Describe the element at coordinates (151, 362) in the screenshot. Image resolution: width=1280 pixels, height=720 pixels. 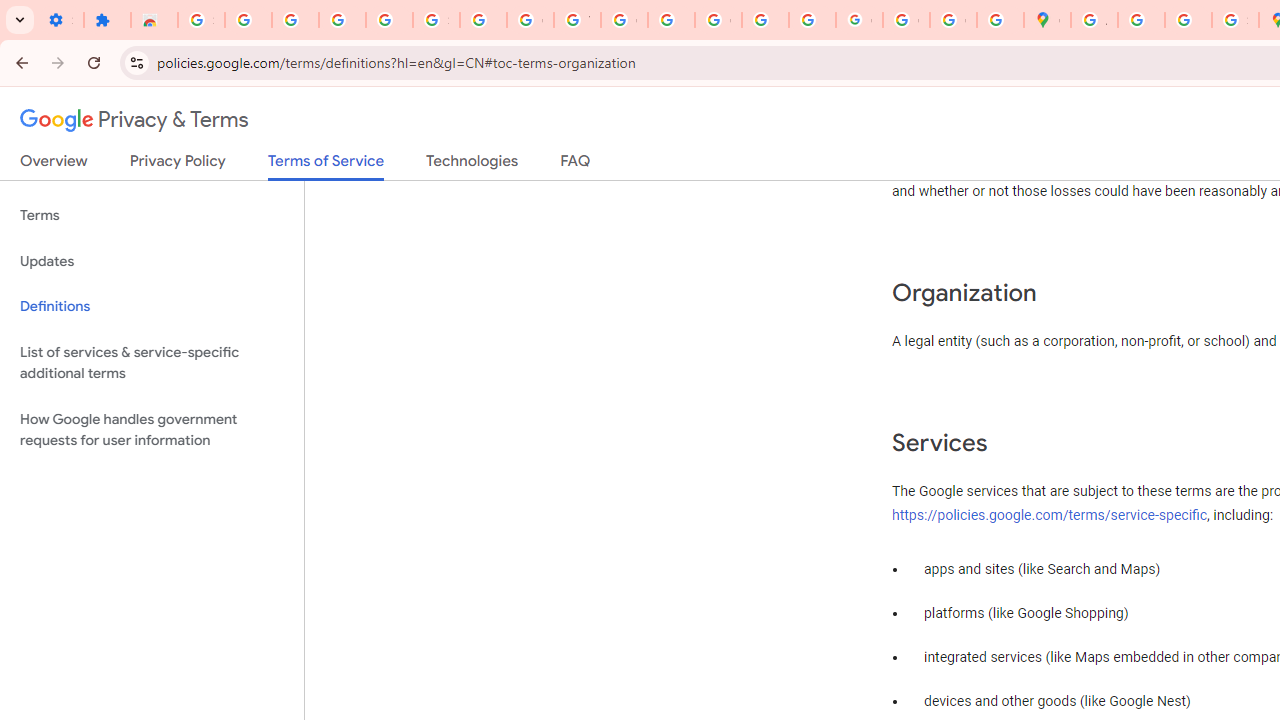
I see `'List of services & service-specific additional terms'` at that location.